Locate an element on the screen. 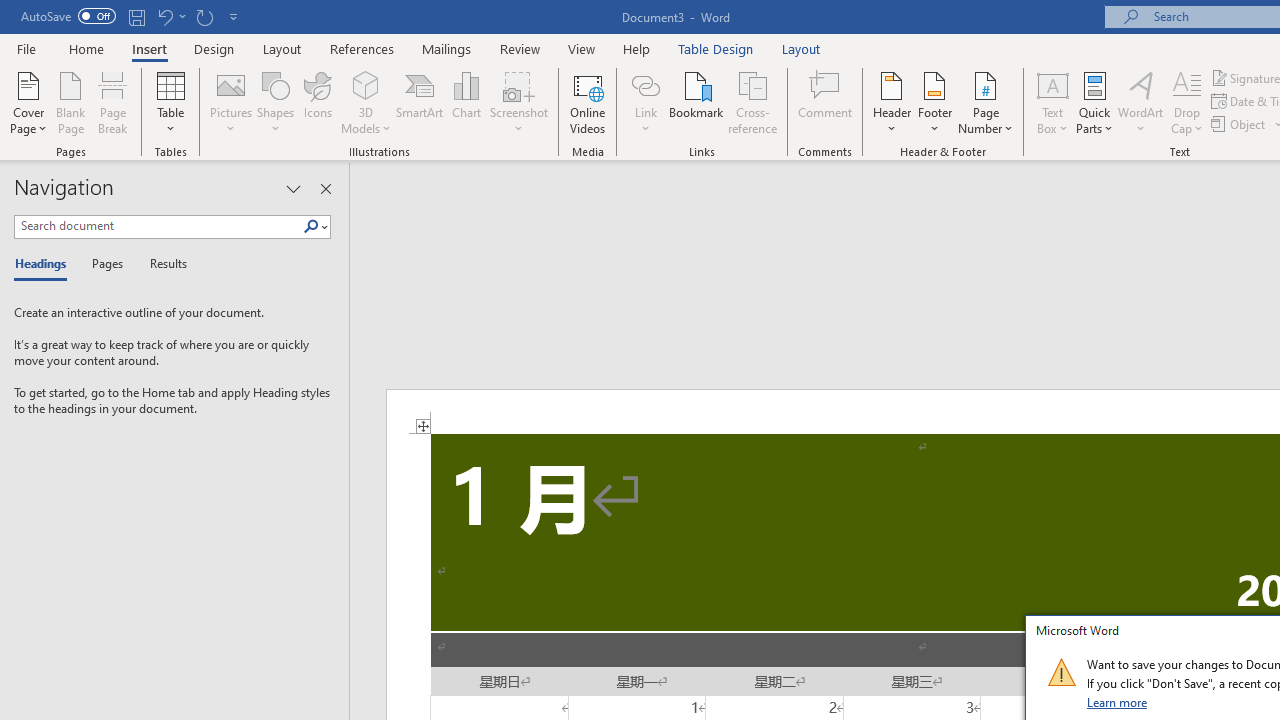  'Layout' is located at coordinates (801, 48).